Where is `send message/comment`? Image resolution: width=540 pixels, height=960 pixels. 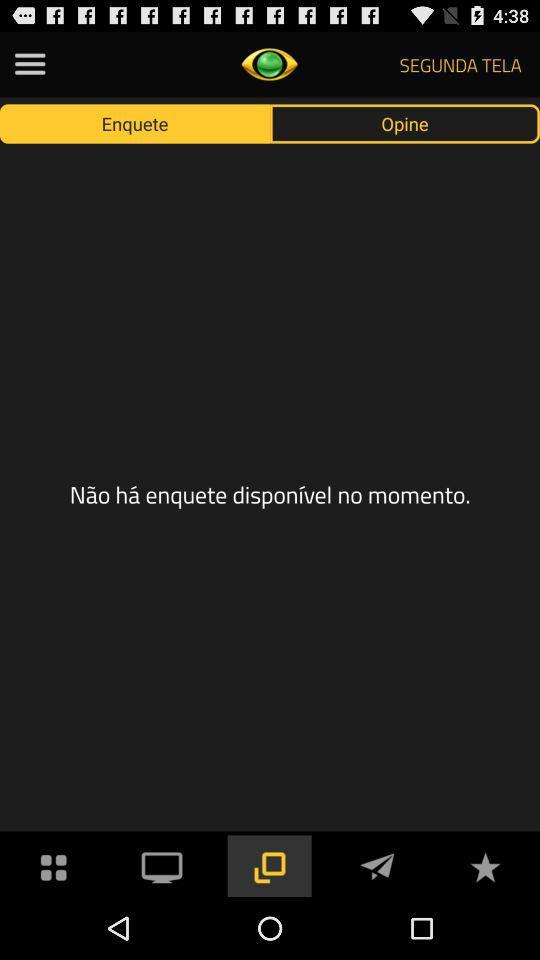 send message/comment is located at coordinates (377, 864).